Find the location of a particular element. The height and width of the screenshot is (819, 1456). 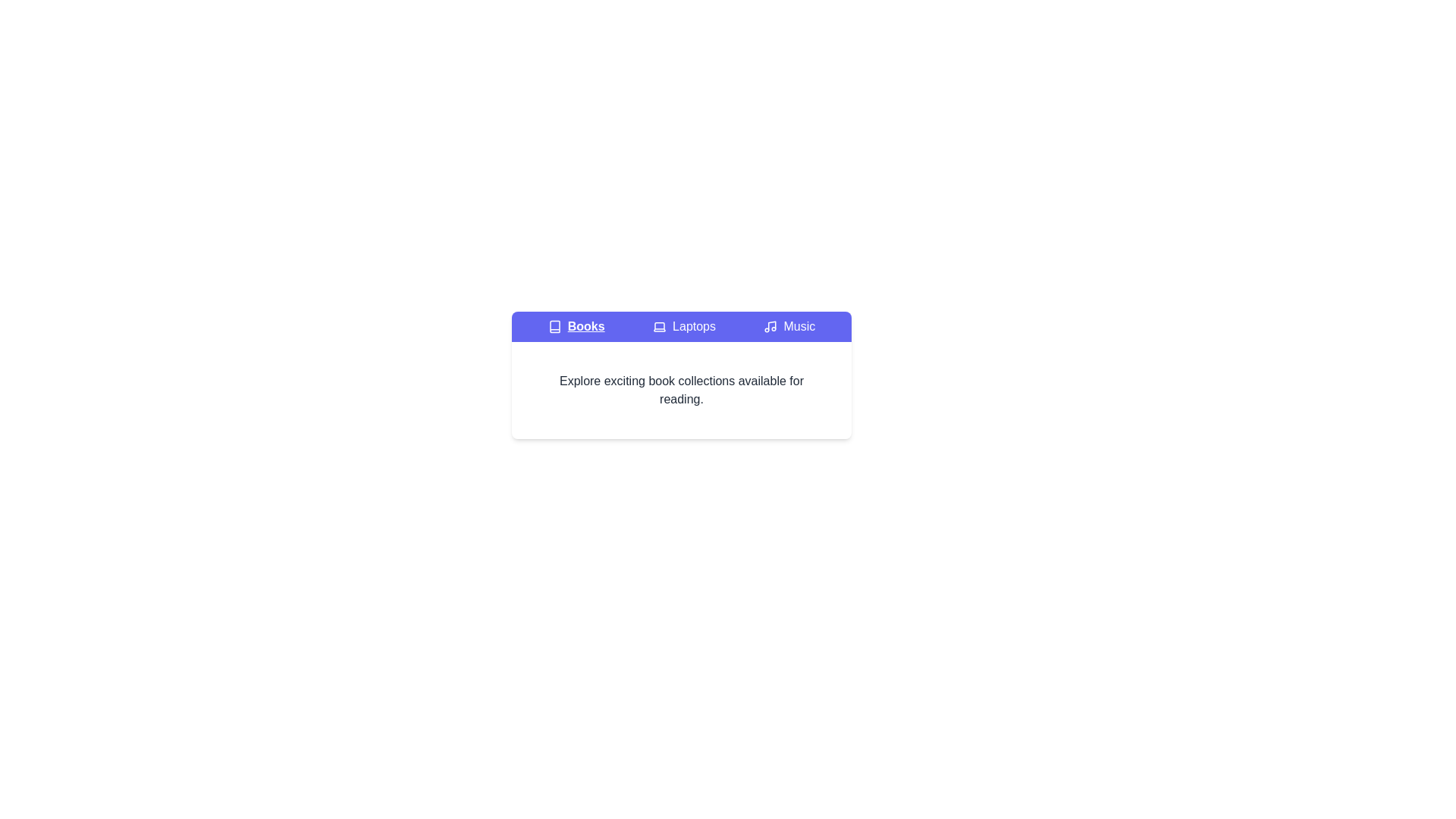

the Music tab to inspect its title and icon is located at coordinates (789, 326).